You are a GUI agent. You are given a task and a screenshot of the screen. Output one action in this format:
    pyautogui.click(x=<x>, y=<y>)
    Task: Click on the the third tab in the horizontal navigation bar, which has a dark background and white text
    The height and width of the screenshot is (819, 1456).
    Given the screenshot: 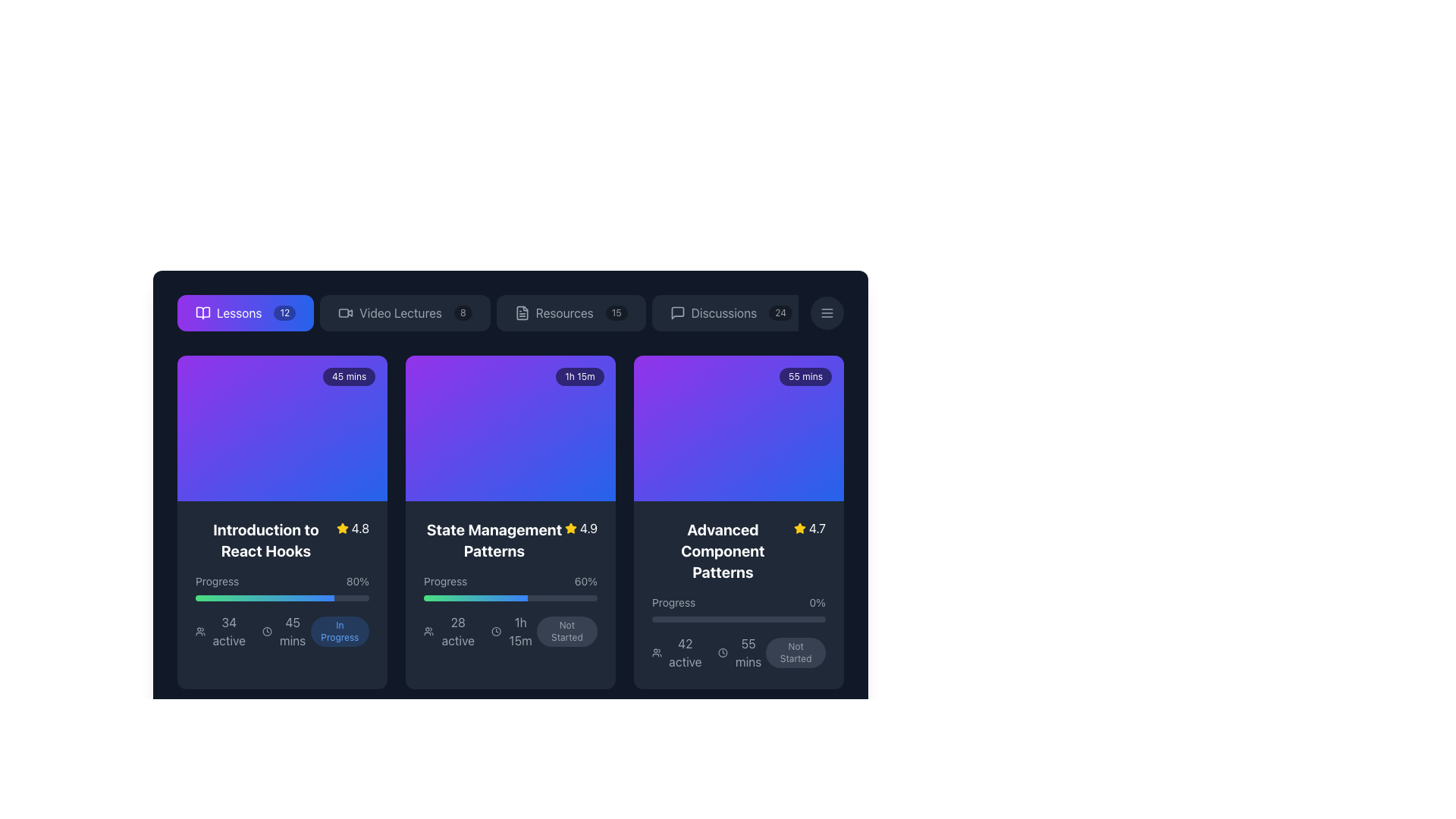 What is the action you would take?
    pyautogui.click(x=510, y=312)
    